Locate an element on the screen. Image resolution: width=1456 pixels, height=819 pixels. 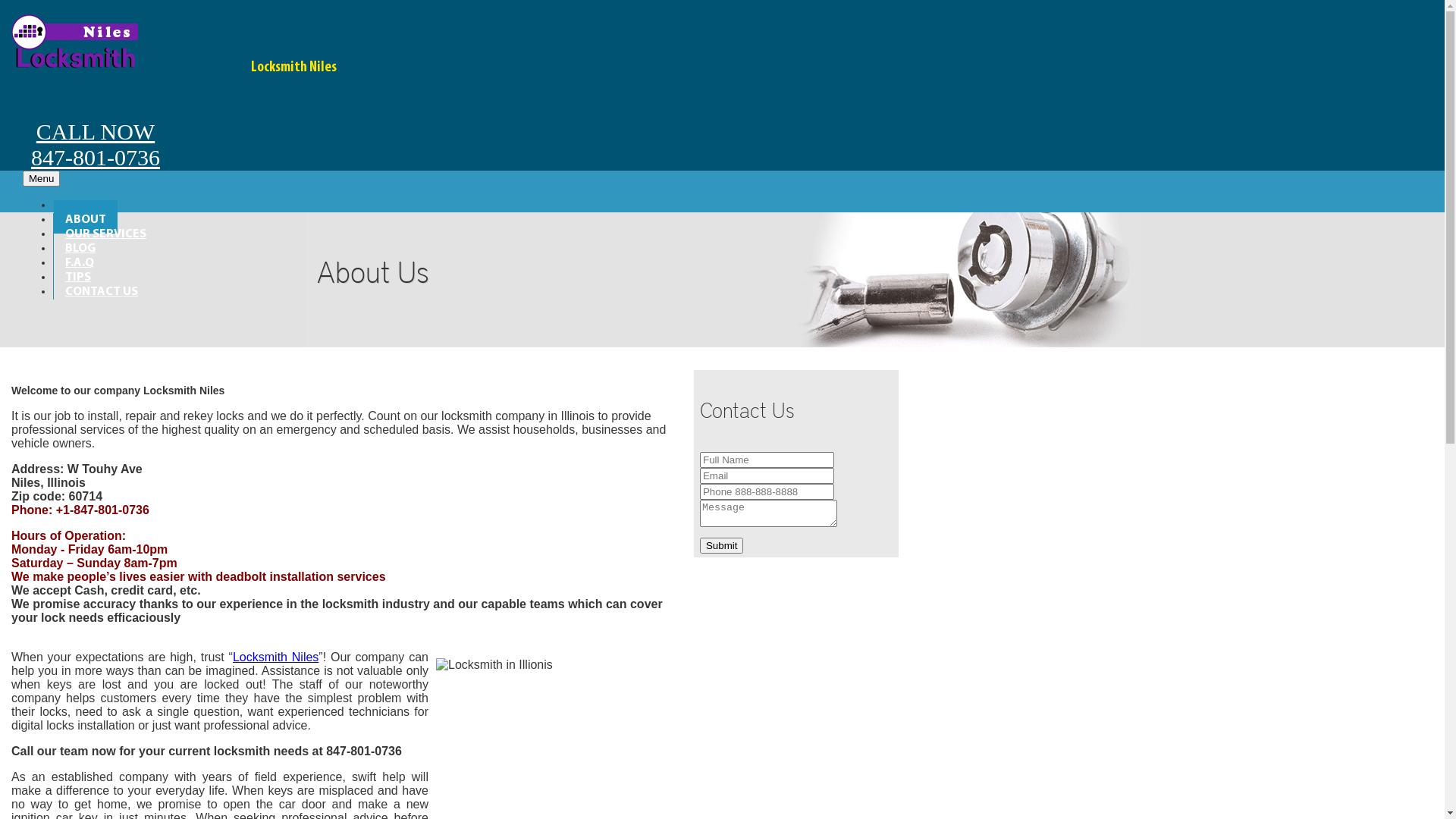
'ABOUT' is located at coordinates (54, 216).